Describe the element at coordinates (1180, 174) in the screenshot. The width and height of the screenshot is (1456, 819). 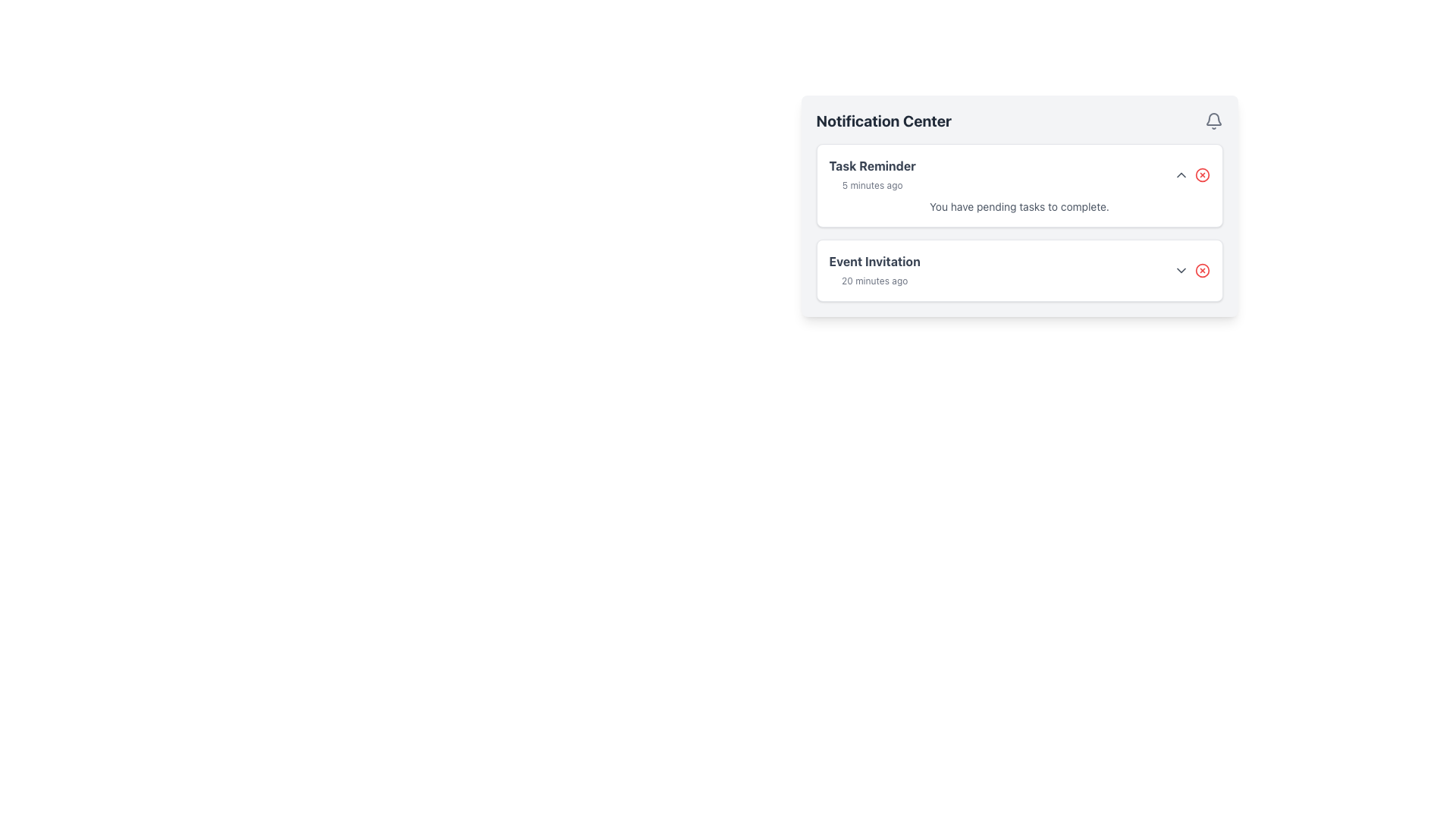
I see `the upward-pointing chevron arrow icon button located in the top-right corner of the 'Task Reminder' notification block` at that location.